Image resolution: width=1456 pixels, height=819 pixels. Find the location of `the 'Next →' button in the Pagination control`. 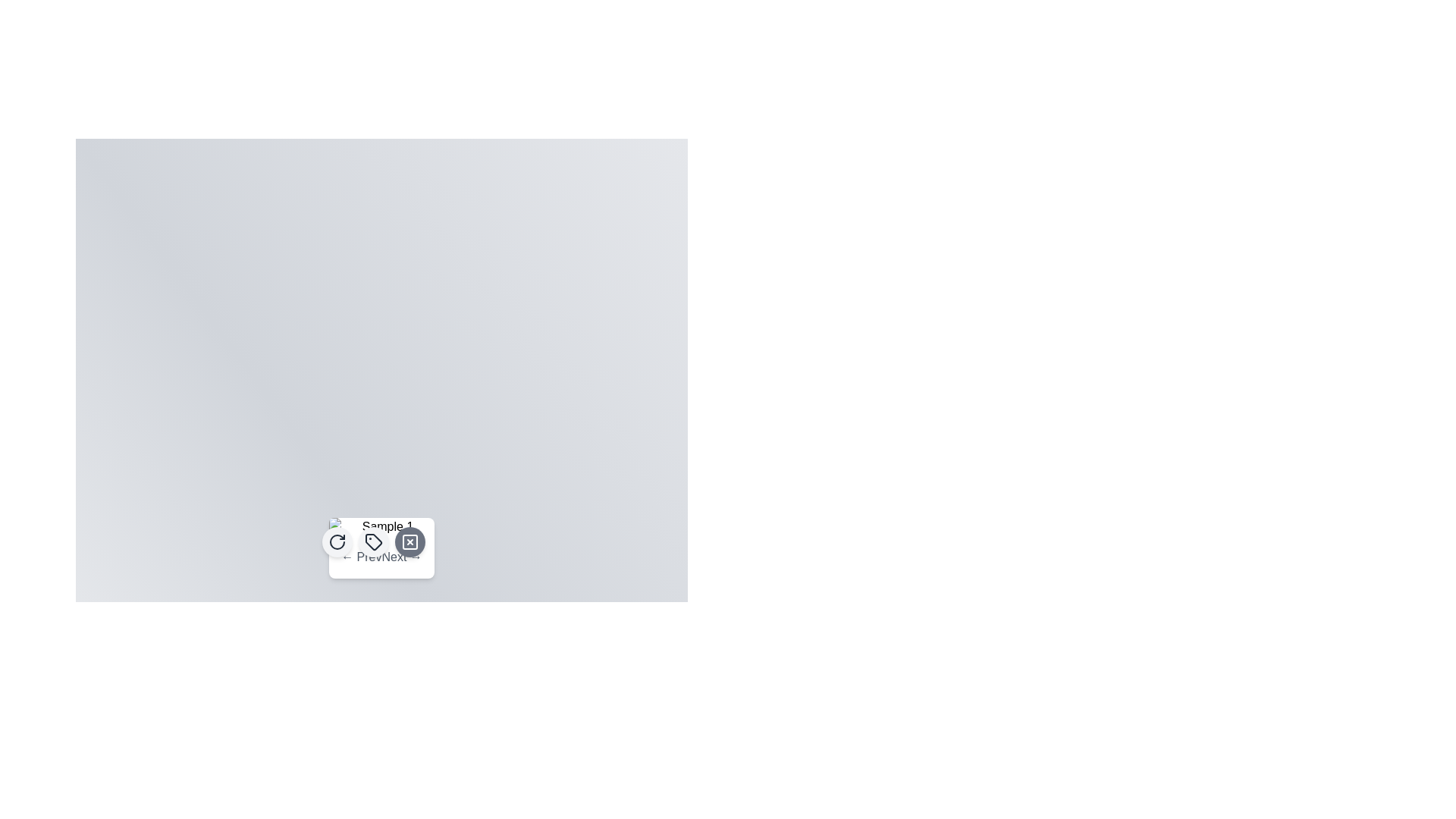

the 'Next →' button in the Pagination control is located at coordinates (381, 557).